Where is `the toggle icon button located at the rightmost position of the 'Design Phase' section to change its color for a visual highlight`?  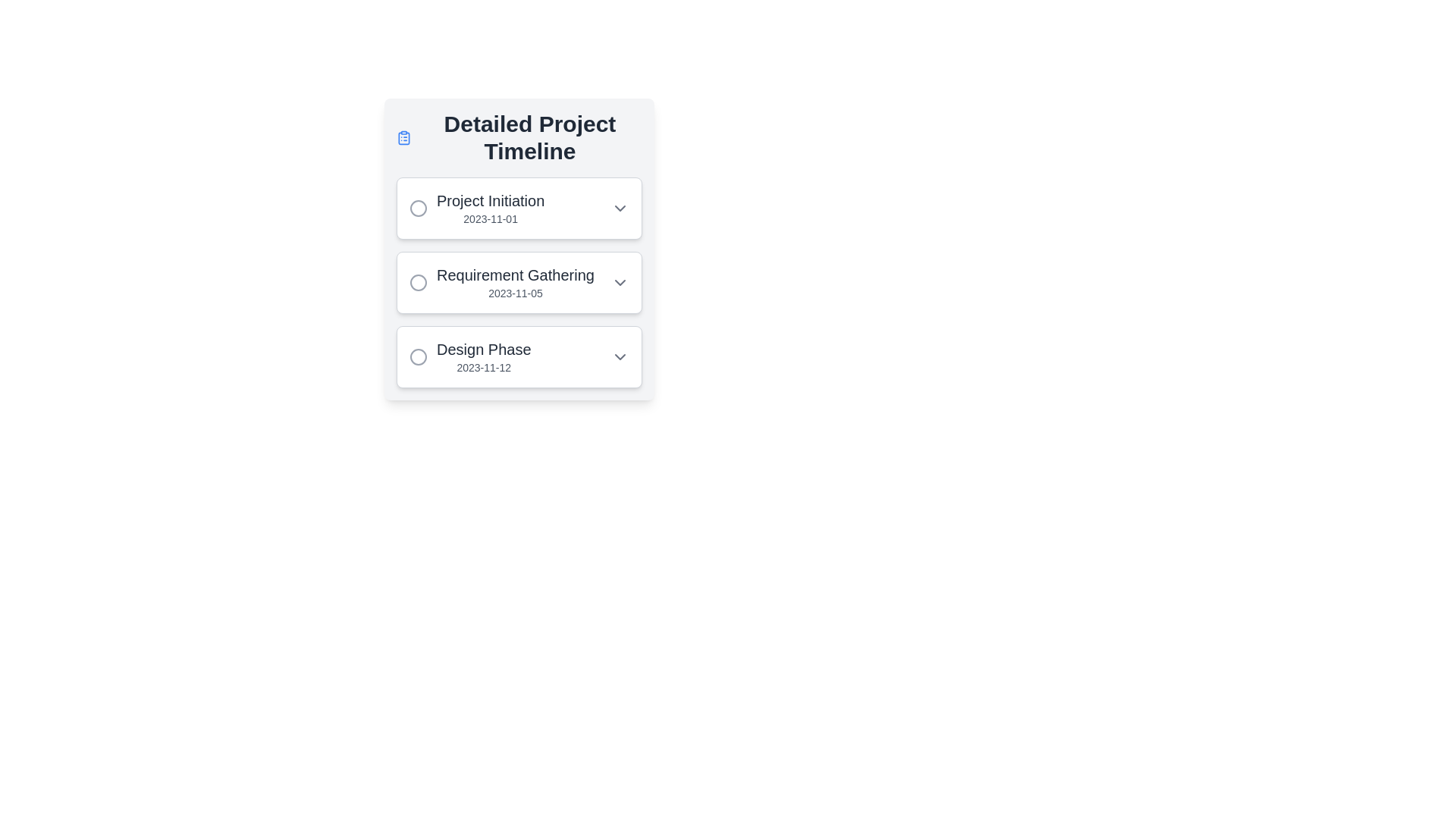 the toggle icon button located at the rightmost position of the 'Design Phase' section to change its color for a visual highlight is located at coordinates (620, 356).